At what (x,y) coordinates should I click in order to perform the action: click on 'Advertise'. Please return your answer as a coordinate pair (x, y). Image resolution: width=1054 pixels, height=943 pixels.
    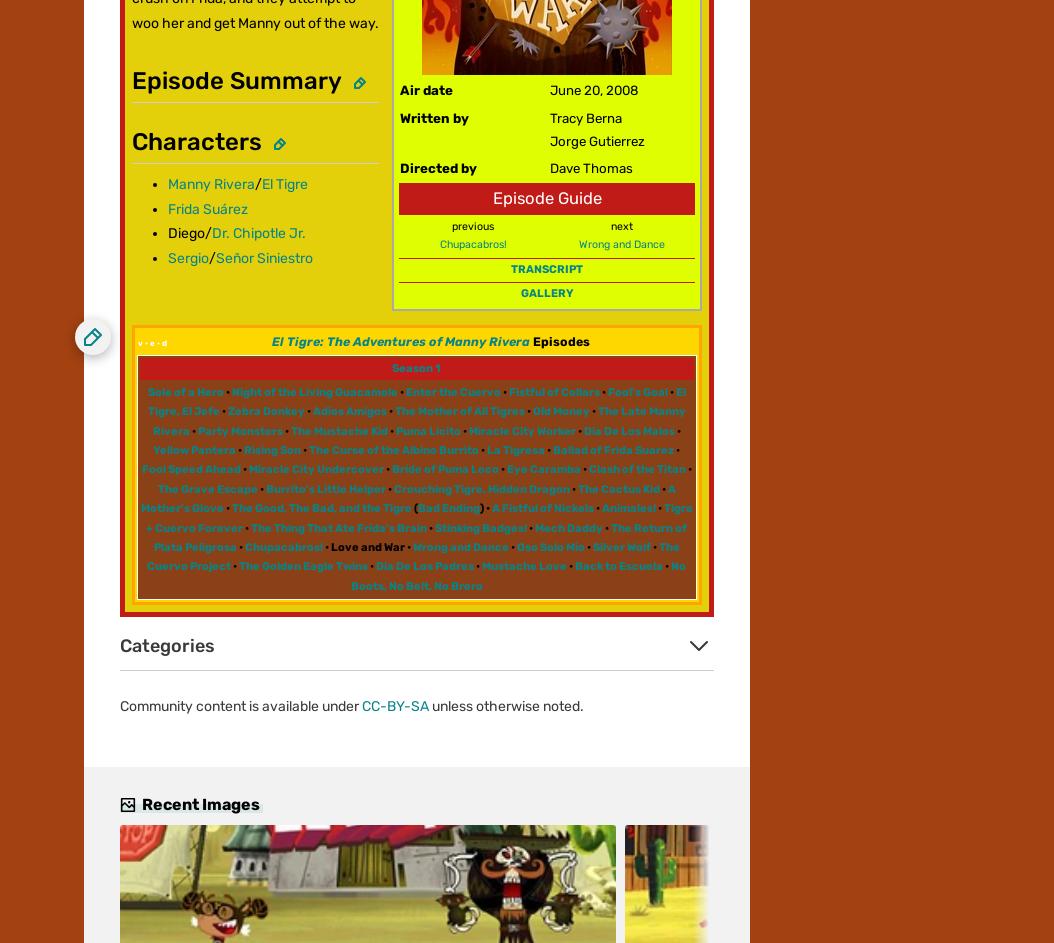
    Looking at the image, I should click on (118, 172).